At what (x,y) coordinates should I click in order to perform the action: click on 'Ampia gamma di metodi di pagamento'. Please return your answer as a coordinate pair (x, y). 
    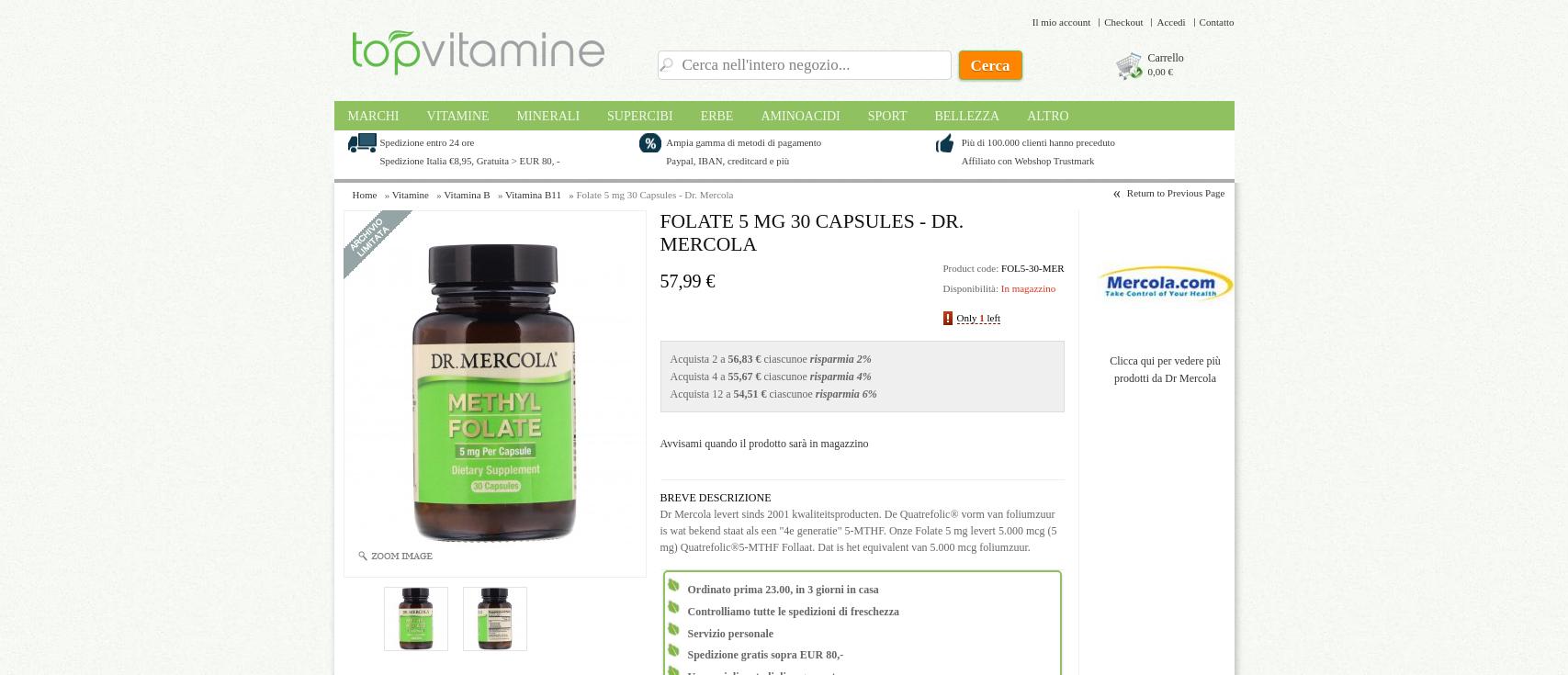
    Looking at the image, I should click on (743, 140).